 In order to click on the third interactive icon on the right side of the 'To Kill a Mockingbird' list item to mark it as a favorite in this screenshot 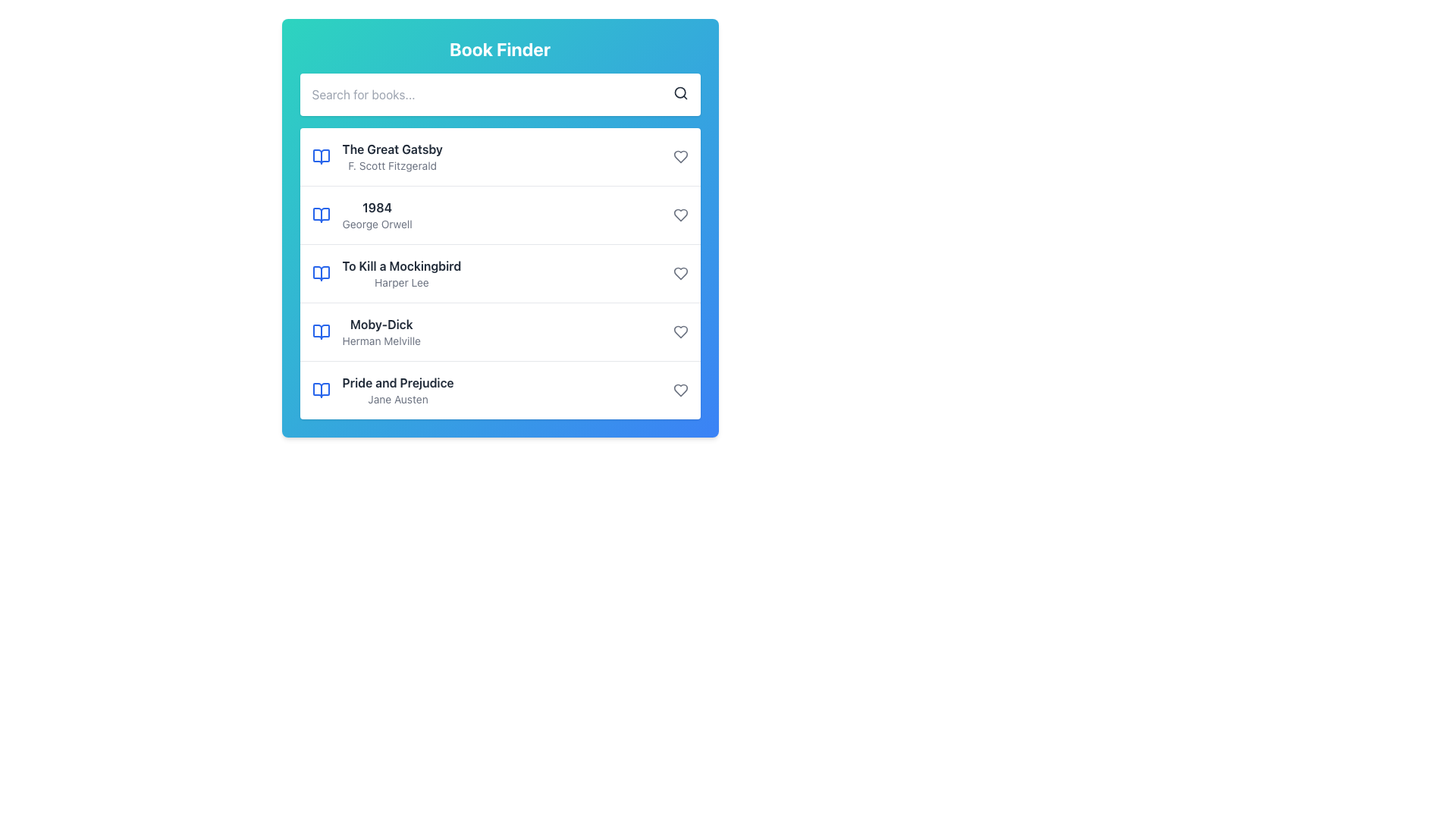, I will do `click(679, 274)`.